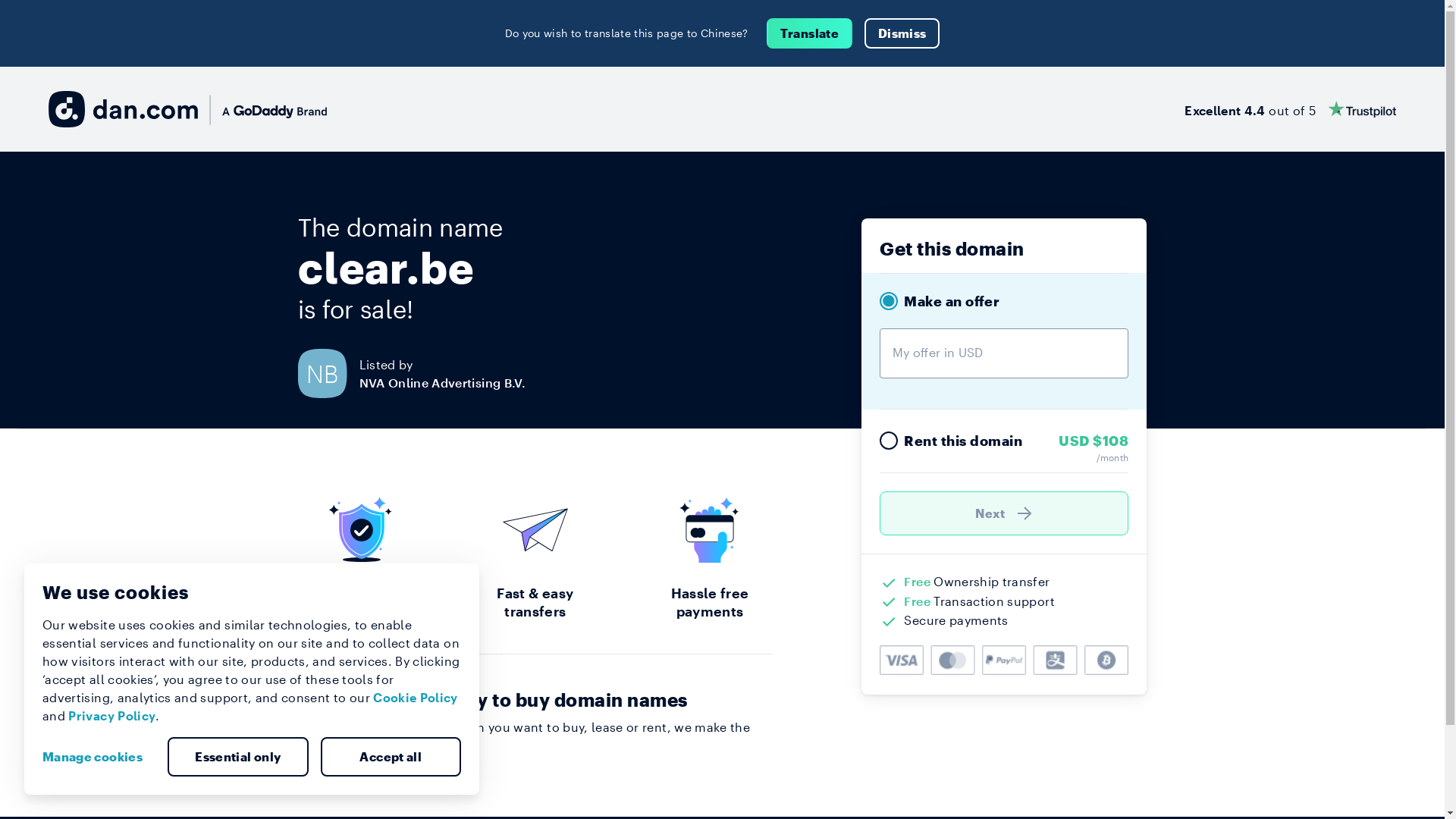  What do you see at coordinates (1183, 108) in the screenshot?
I see `'Excellent 4.4 out of 5'` at bounding box center [1183, 108].